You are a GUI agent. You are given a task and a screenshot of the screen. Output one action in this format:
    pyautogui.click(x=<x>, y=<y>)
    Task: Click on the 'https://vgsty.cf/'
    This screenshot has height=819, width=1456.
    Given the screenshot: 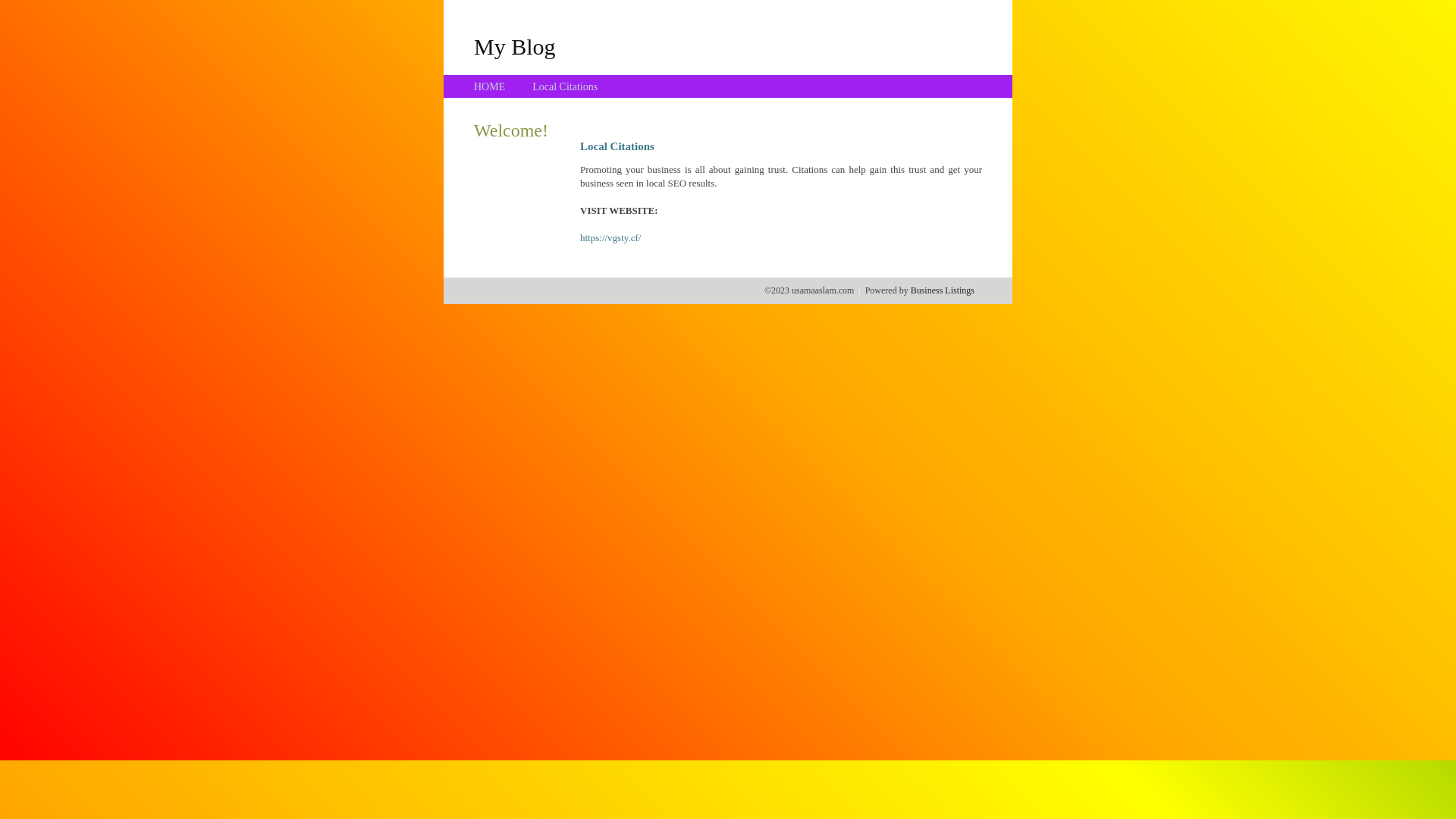 What is the action you would take?
    pyautogui.click(x=610, y=237)
    